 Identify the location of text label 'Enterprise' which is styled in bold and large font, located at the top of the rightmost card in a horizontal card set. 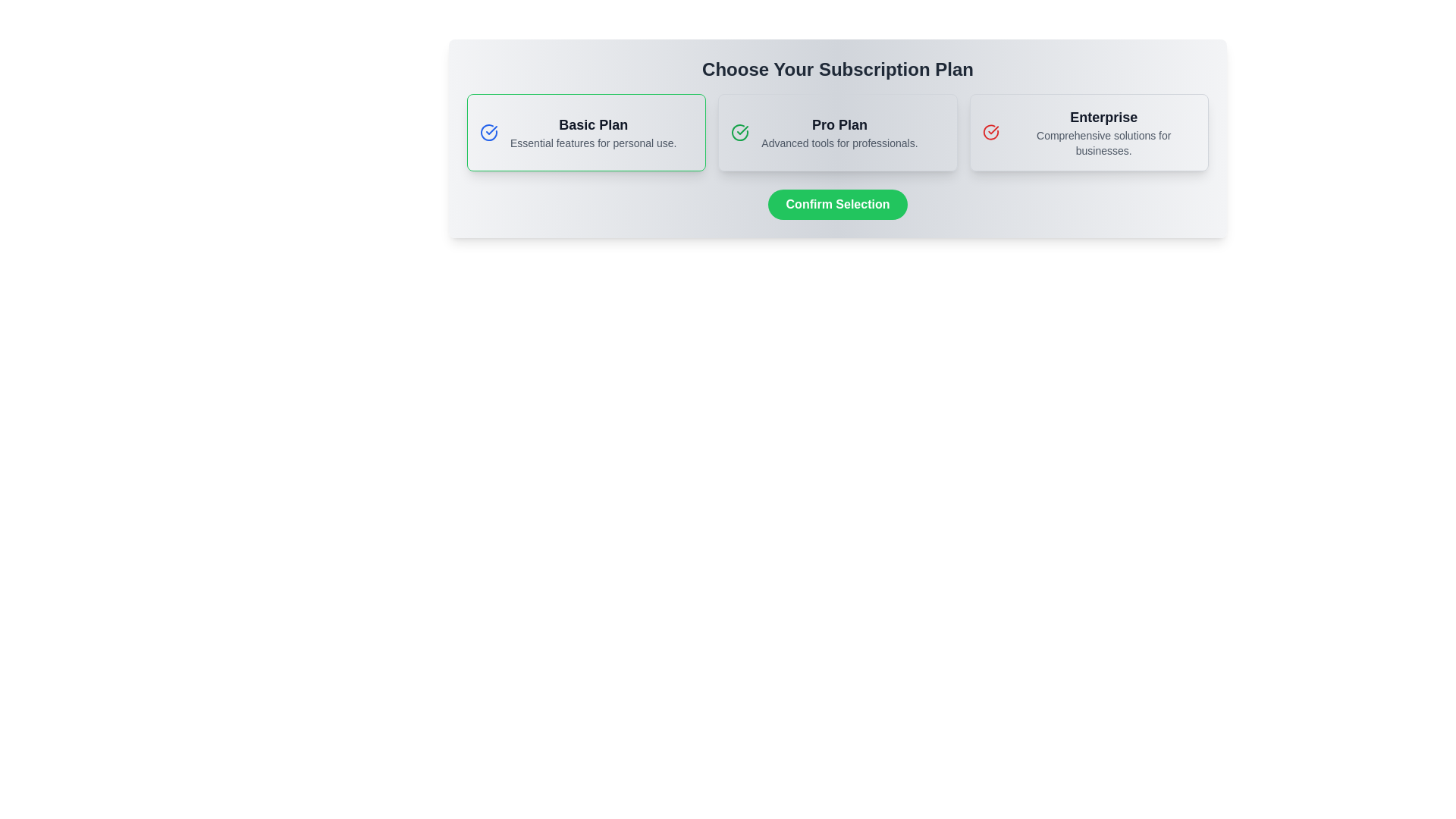
(1103, 116).